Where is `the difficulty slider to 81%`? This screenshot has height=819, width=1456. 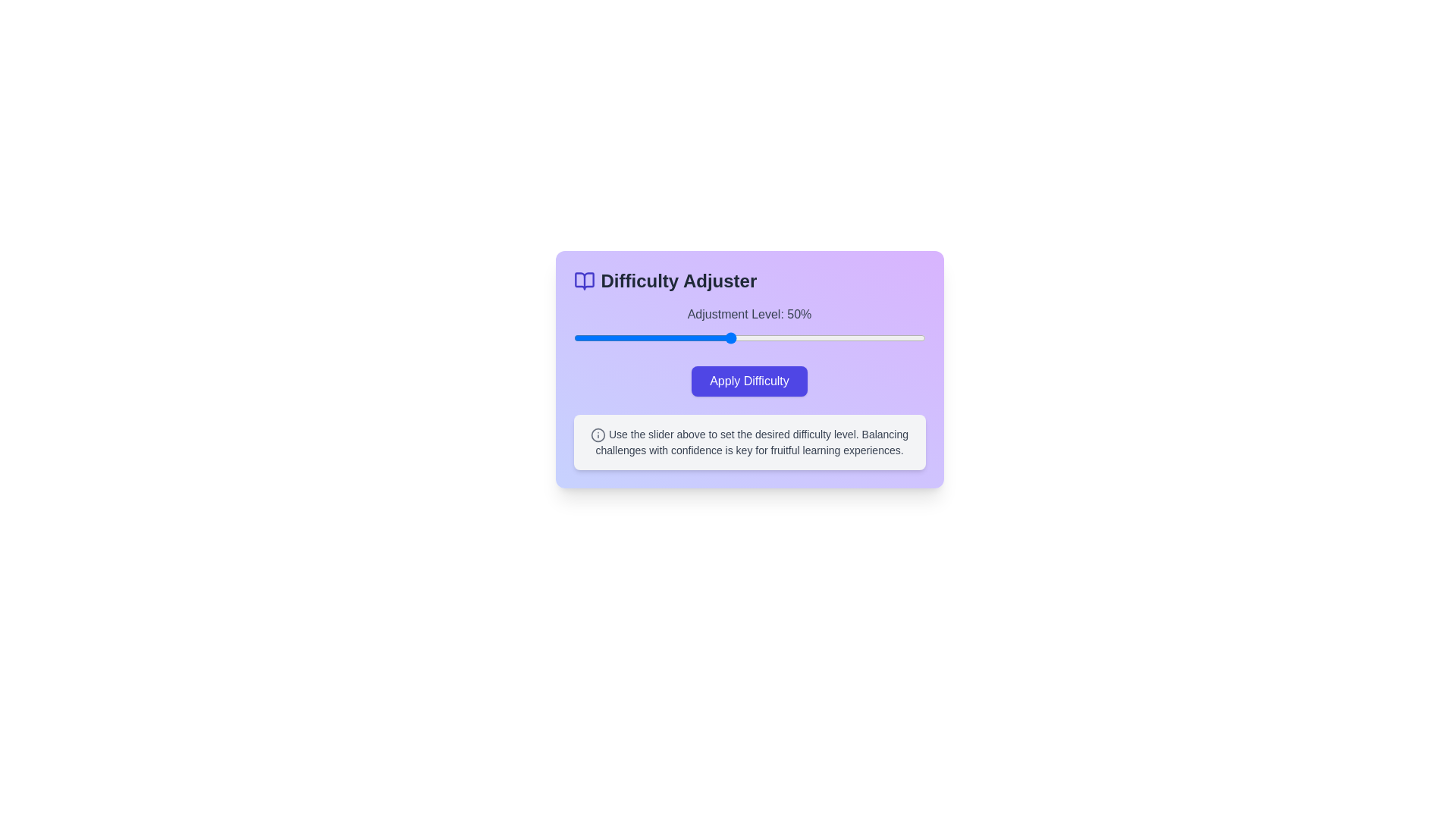 the difficulty slider to 81% is located at coordinates (851, 337).